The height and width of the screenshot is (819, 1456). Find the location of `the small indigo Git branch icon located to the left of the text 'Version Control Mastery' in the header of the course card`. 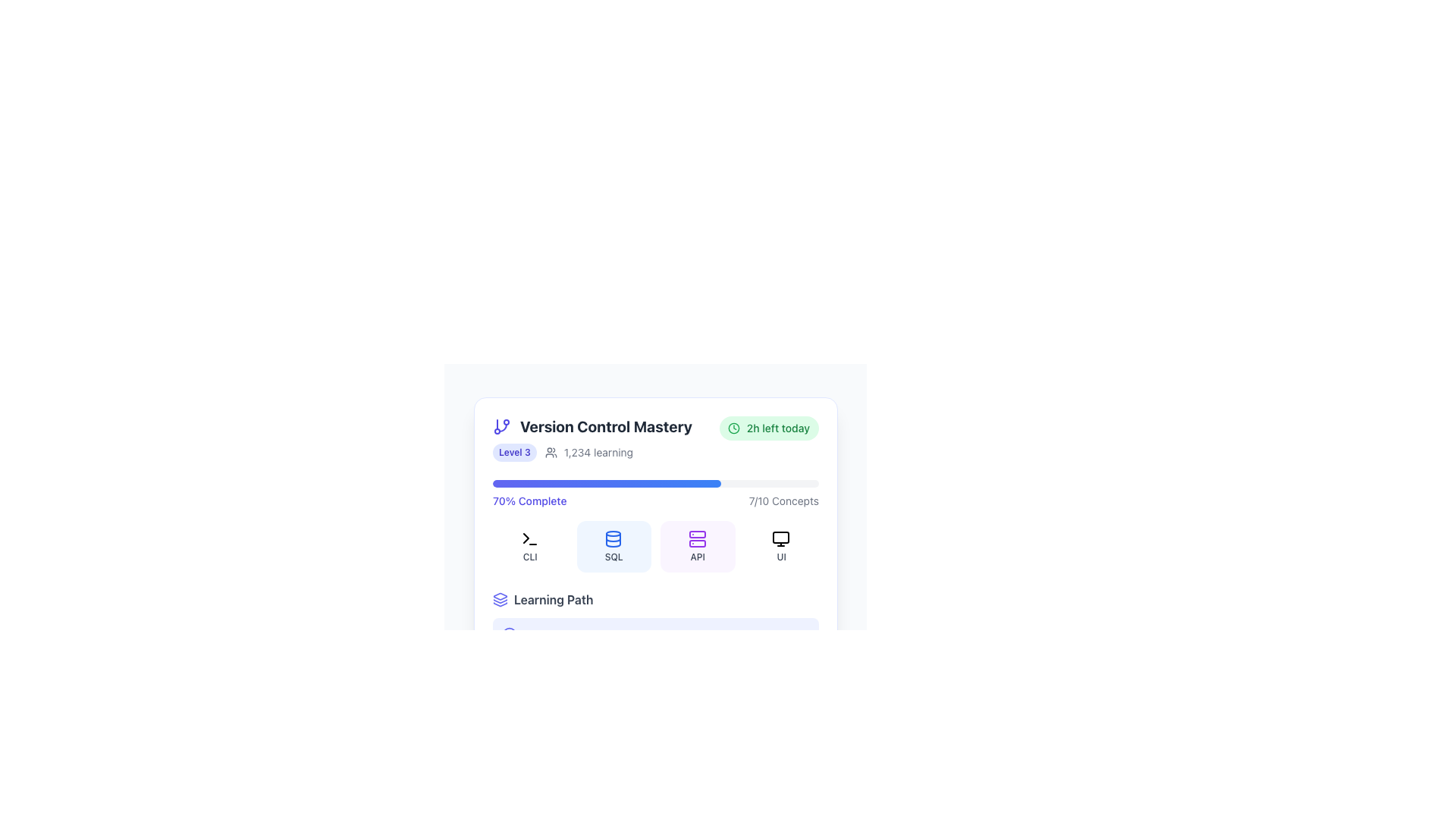

the small indigo Git branch icon located to the left of the text 'Version Control Mastery' in the header of the course card is located at coordinates (501, 427).